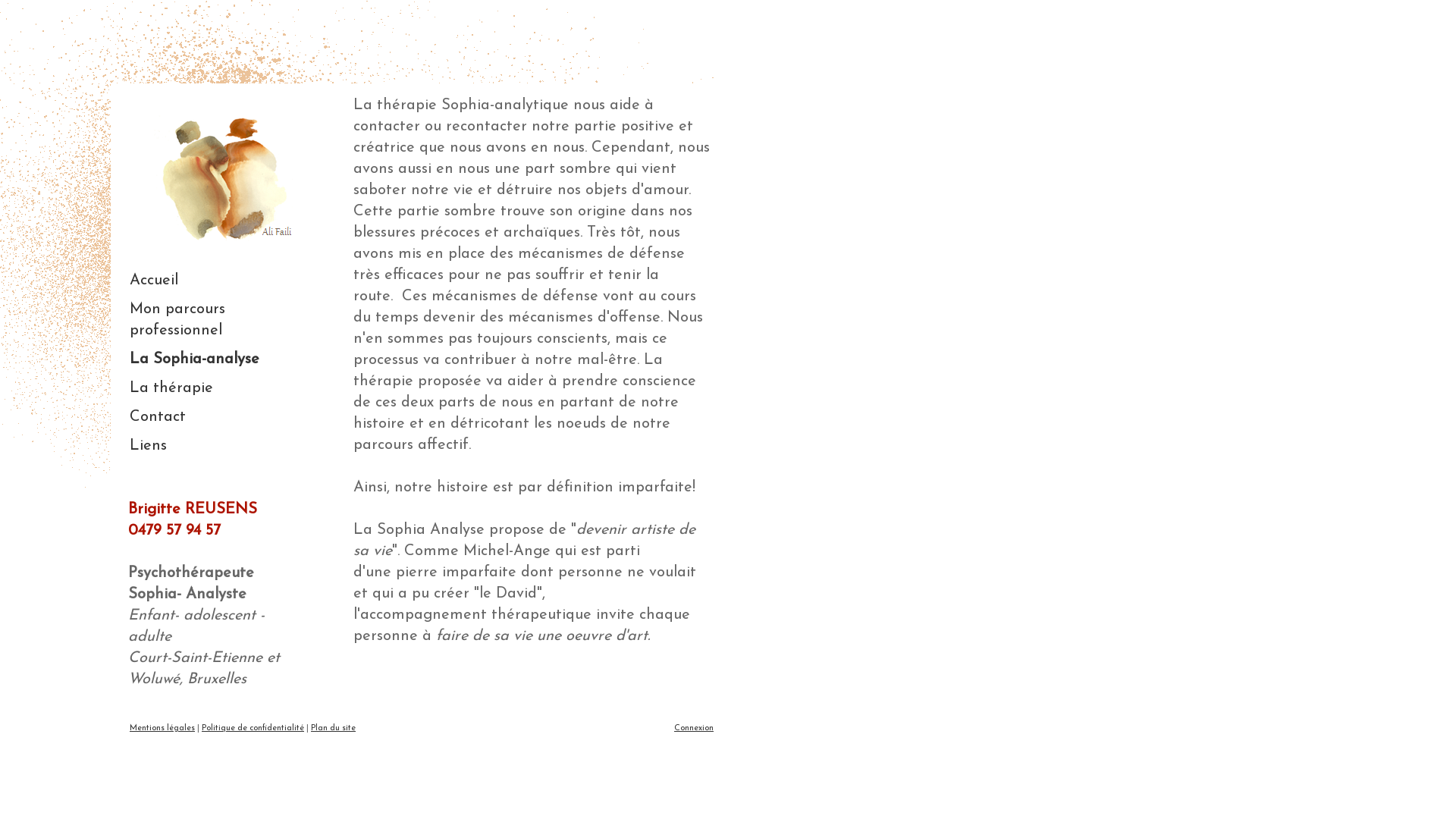 The image size is (1456, 819). I want to click on 'La Sophia-analyse', so click(215, 359).